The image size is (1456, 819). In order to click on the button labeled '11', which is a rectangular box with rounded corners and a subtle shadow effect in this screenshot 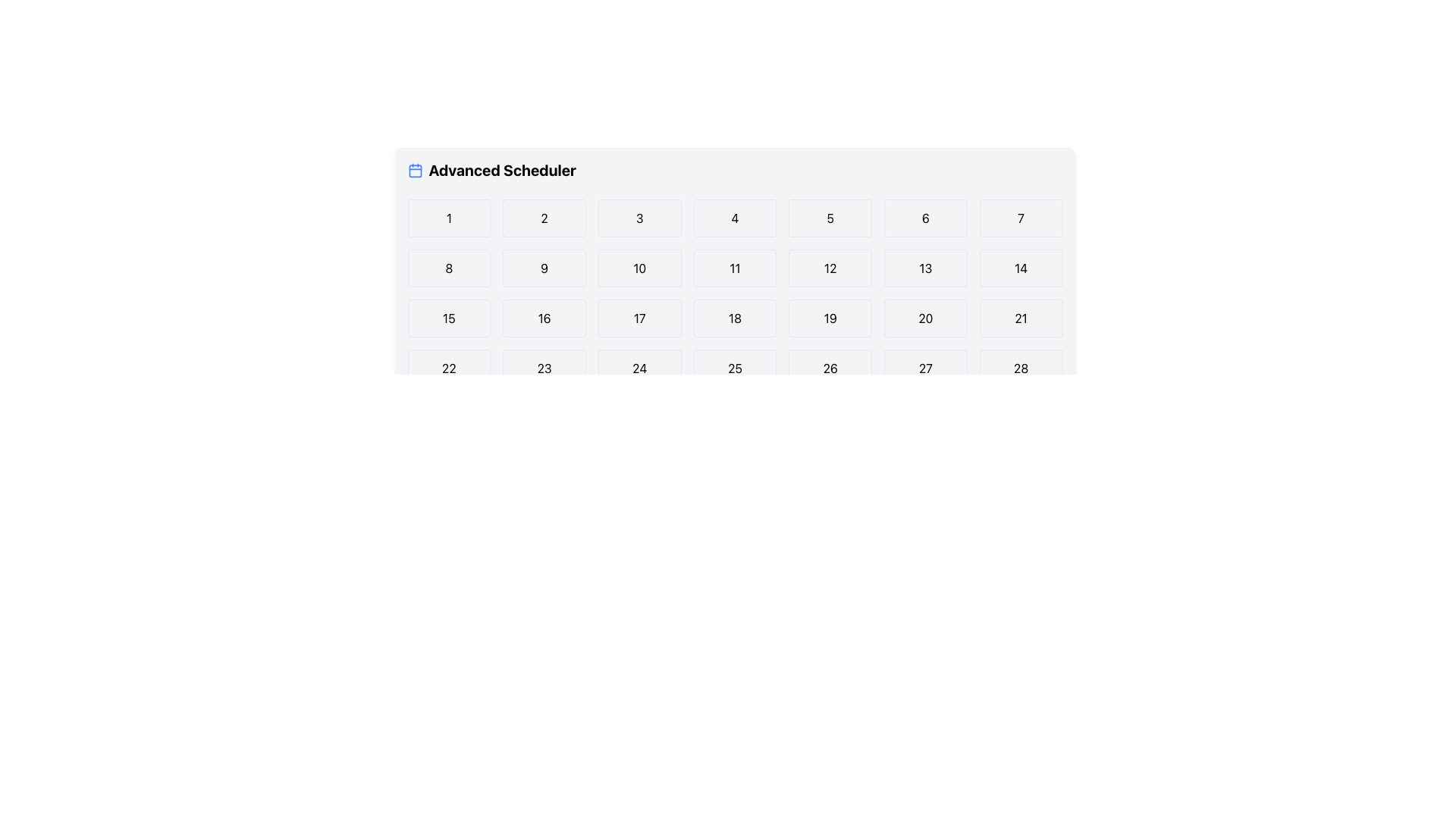, I will do `click(735, 268)`.